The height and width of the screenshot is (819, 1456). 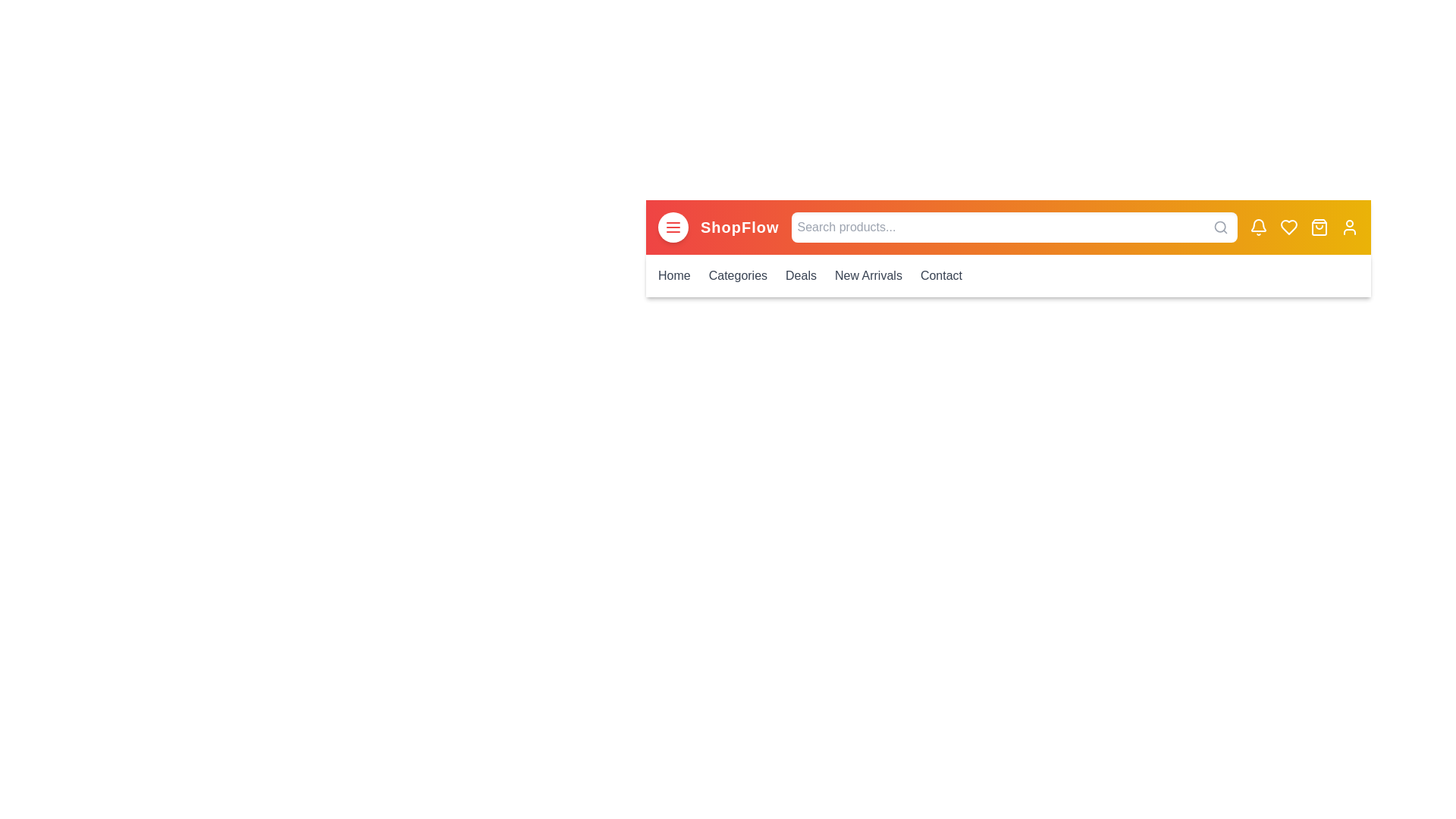 I want to click on the menu link corresponding to Deals, so click(x=800, y=275).